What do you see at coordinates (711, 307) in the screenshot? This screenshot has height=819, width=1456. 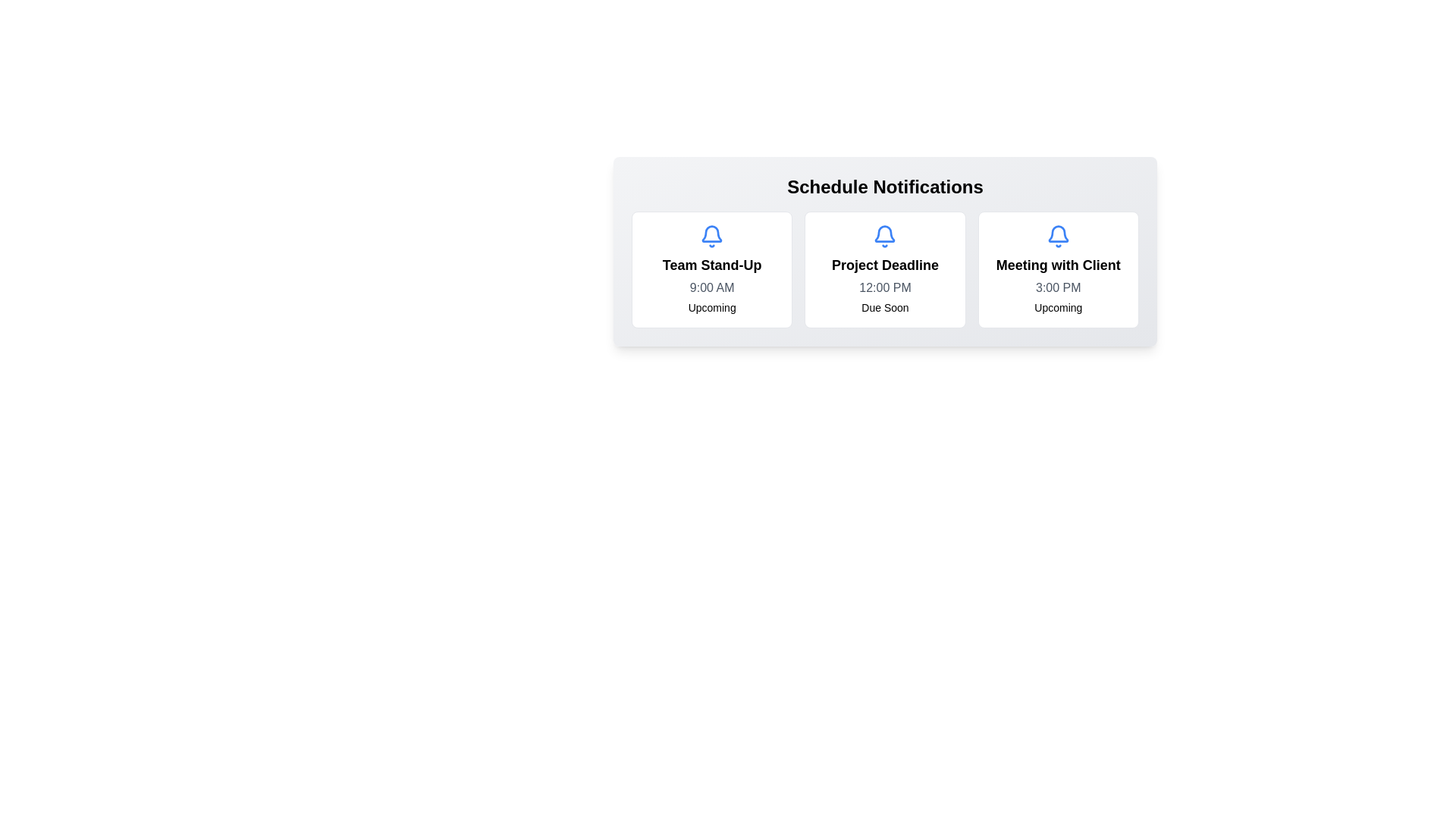 I see `the text label displaying 'Upcoming' with green text color, located at the bottom of the card layout under 'Team Stand-Up' and '9:00 AM'` at bounding box center [711, 307].